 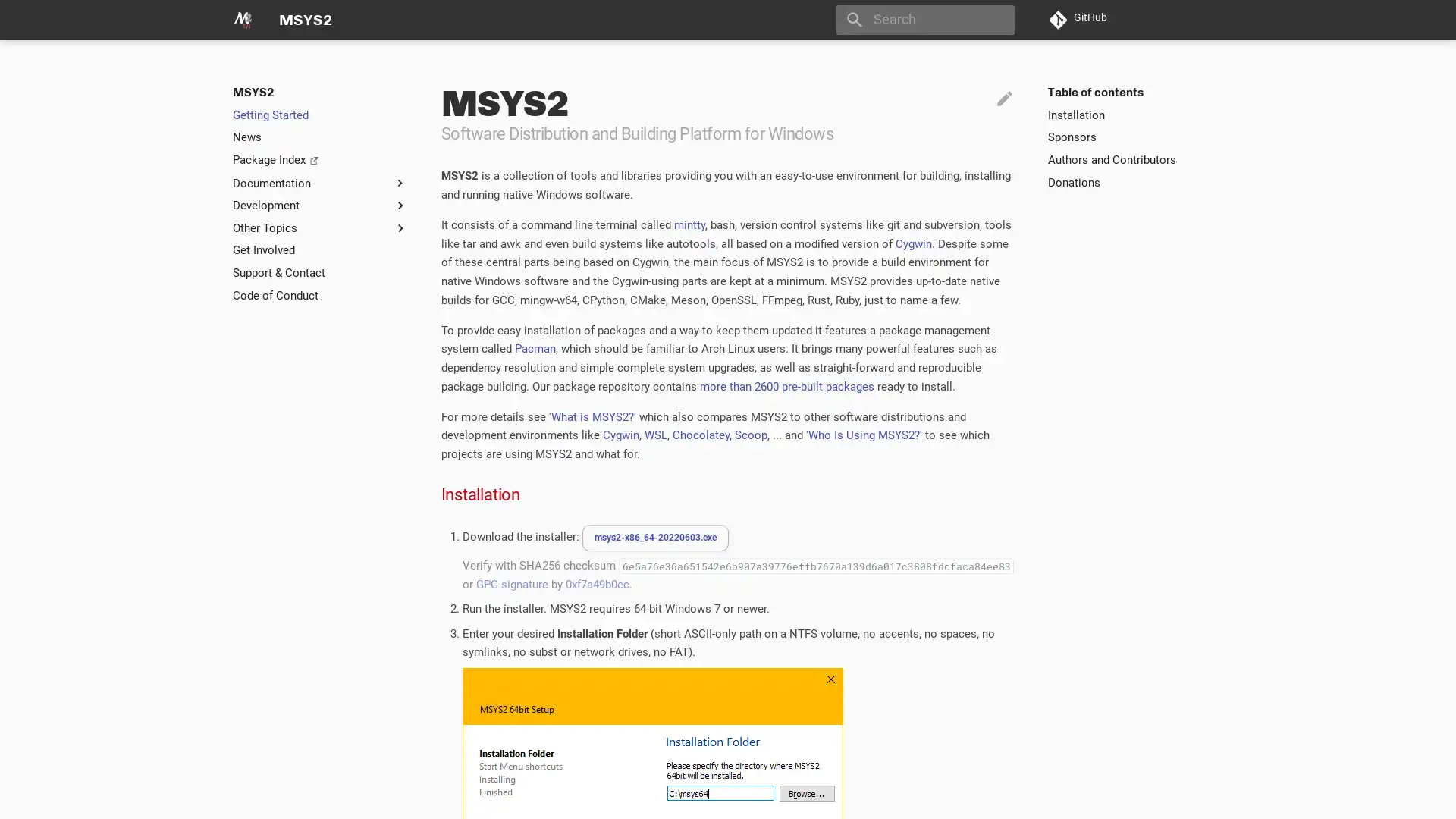 What do you see at coordinates (996, 20) in the screenshot?
I see `Clear` at bounding box center [996, 20].